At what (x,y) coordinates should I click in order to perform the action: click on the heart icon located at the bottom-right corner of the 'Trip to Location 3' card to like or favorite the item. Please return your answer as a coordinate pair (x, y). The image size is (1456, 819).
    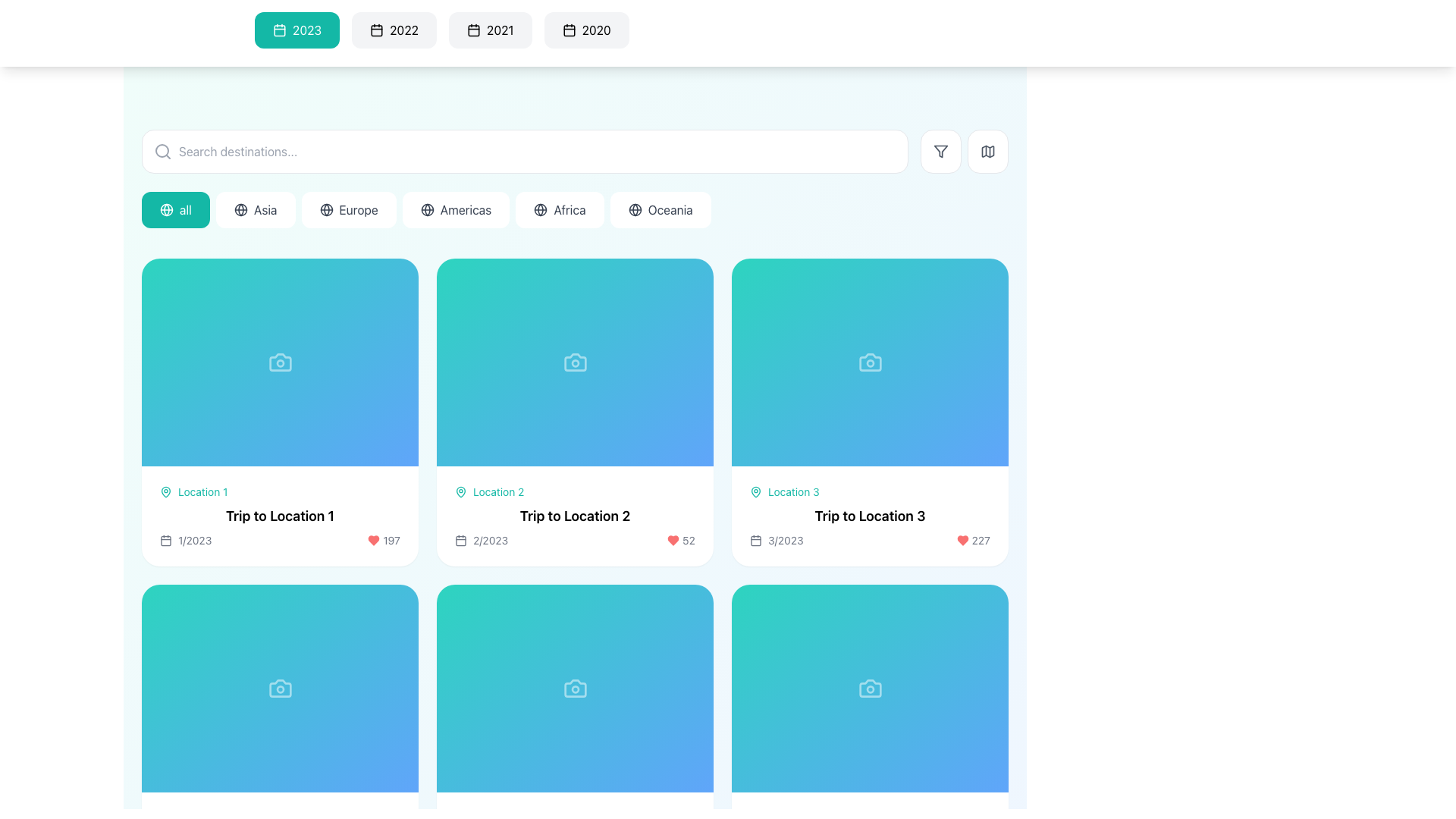
    Looking at the image, I should click on (962, 539).